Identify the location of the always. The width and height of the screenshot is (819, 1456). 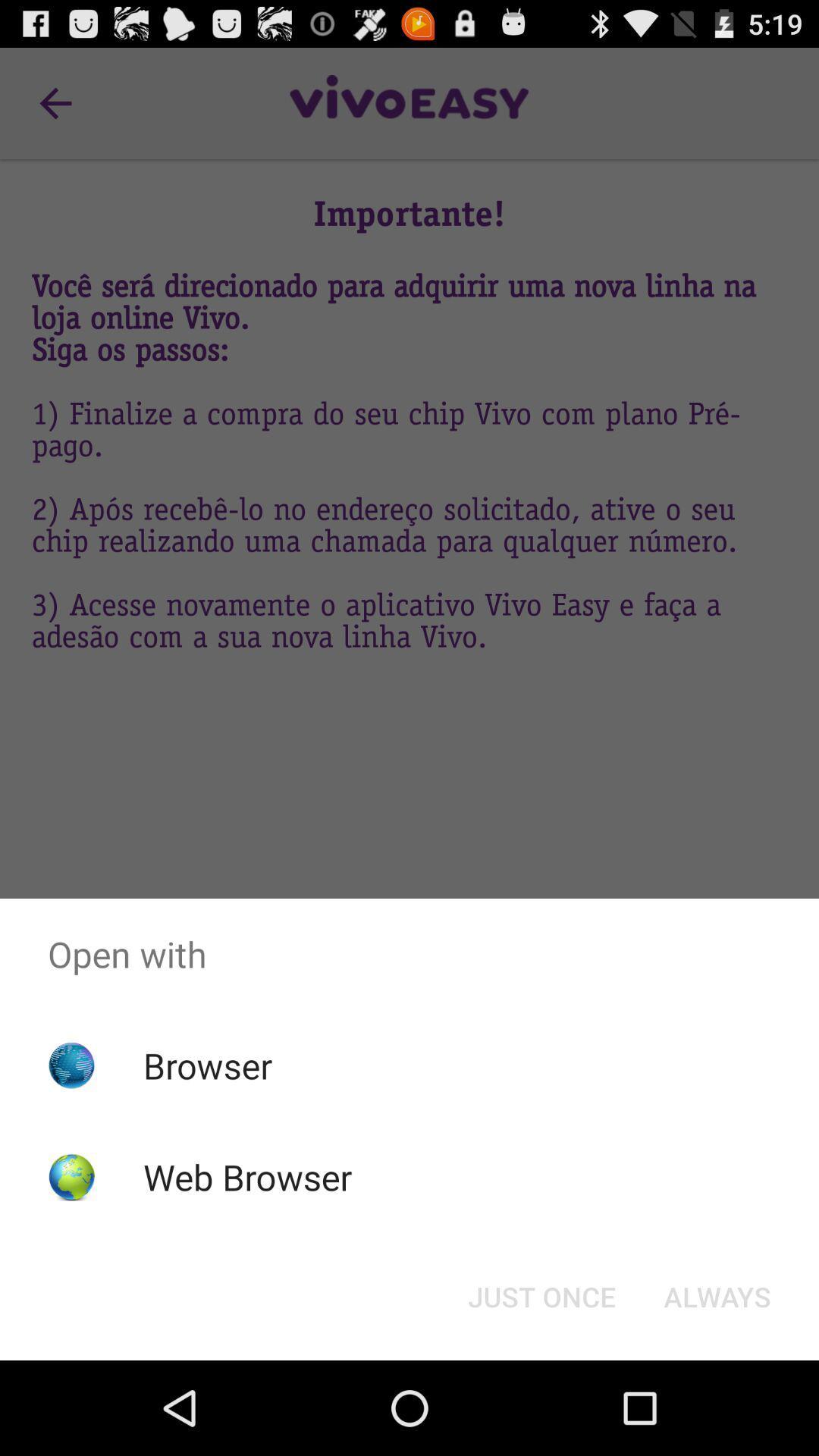
(717, 1295).